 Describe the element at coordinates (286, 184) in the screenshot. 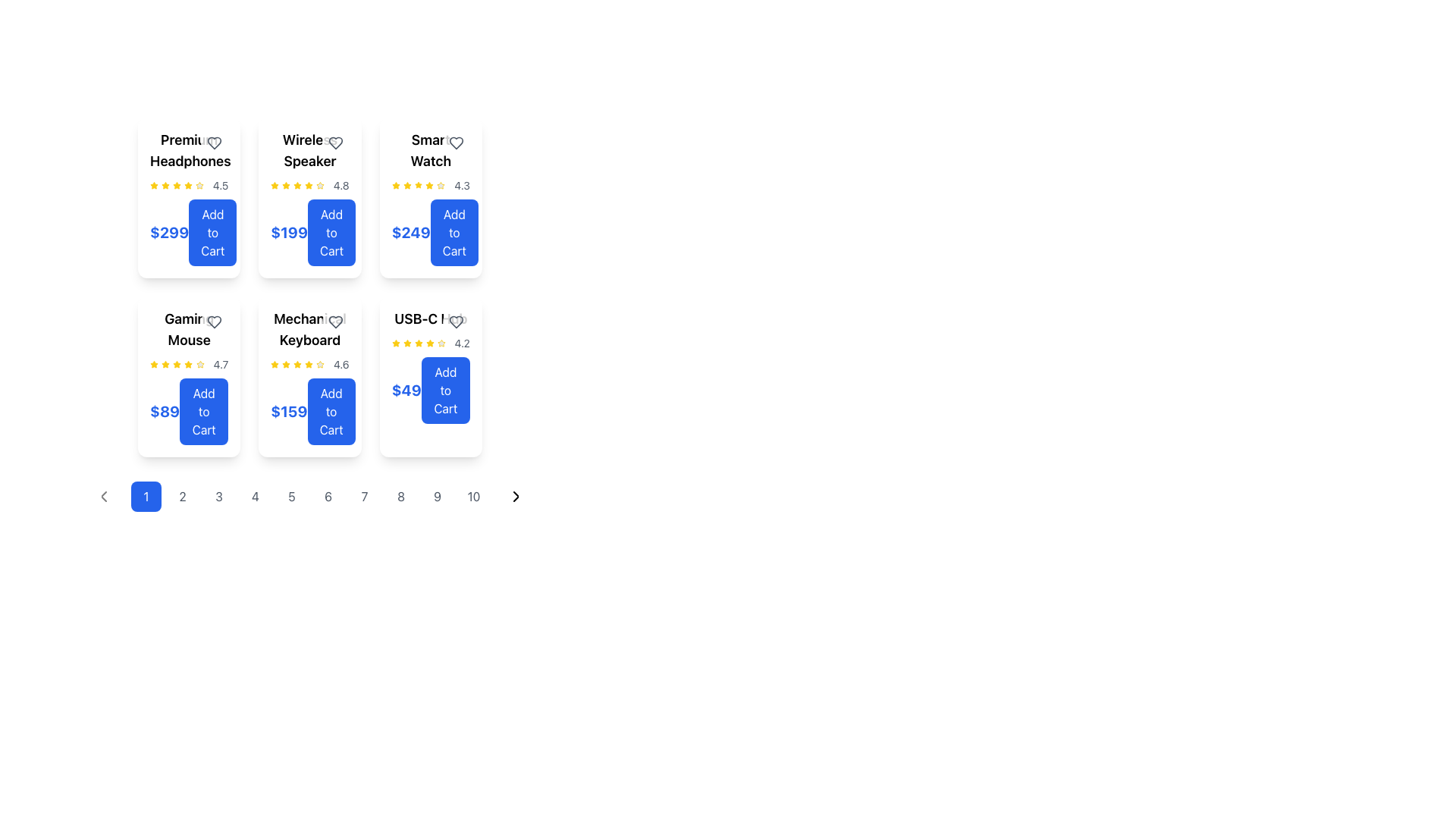

I see `the second star-shaped icon with a yellow fill in the rating system for the product labeled 'Wireless Speaker'` at that location.